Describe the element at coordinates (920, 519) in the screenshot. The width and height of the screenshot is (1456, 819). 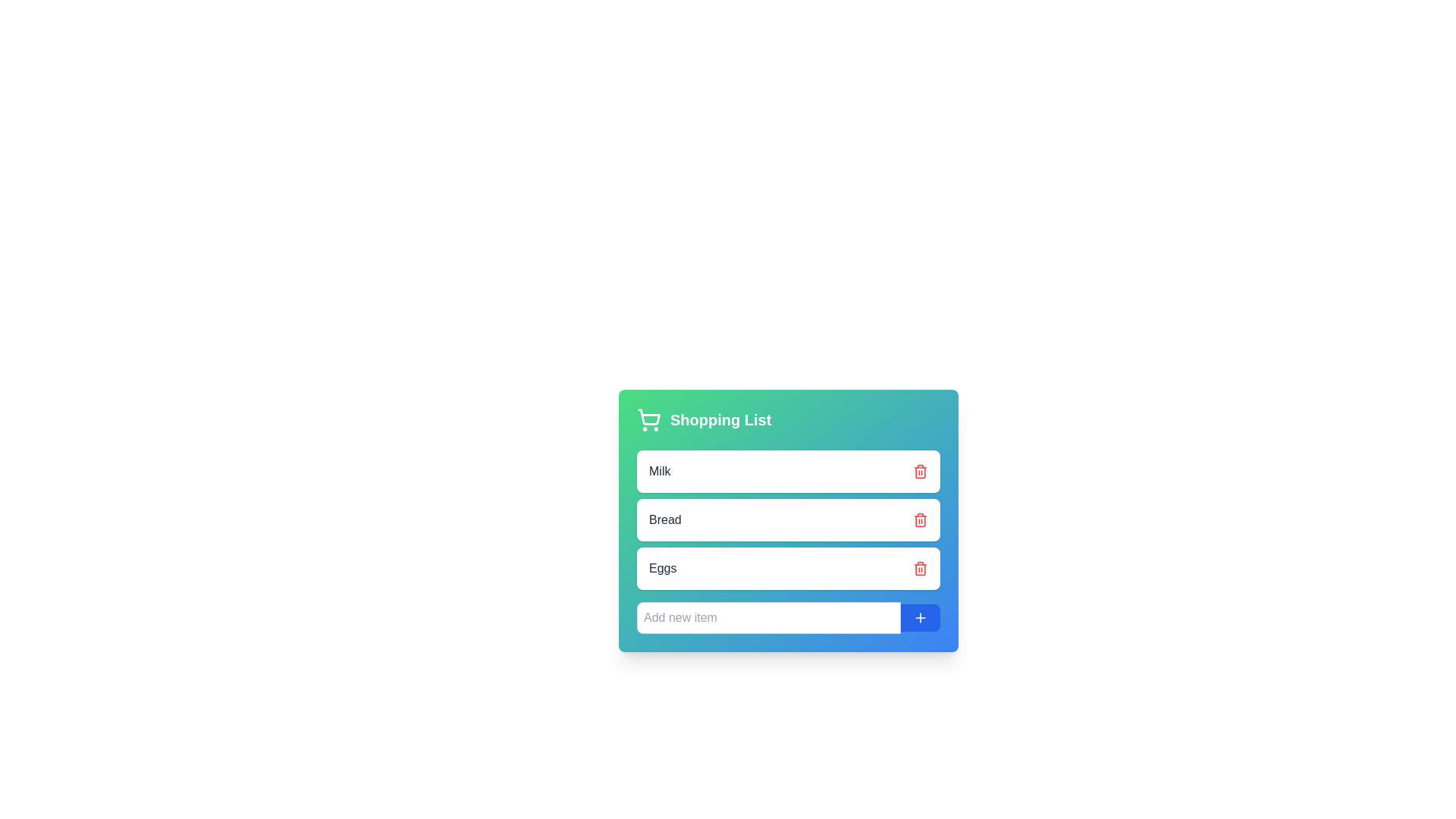
I see `the small red trash icon located at the right end of the 'Bread' entry in the shopping list UI` at that location.